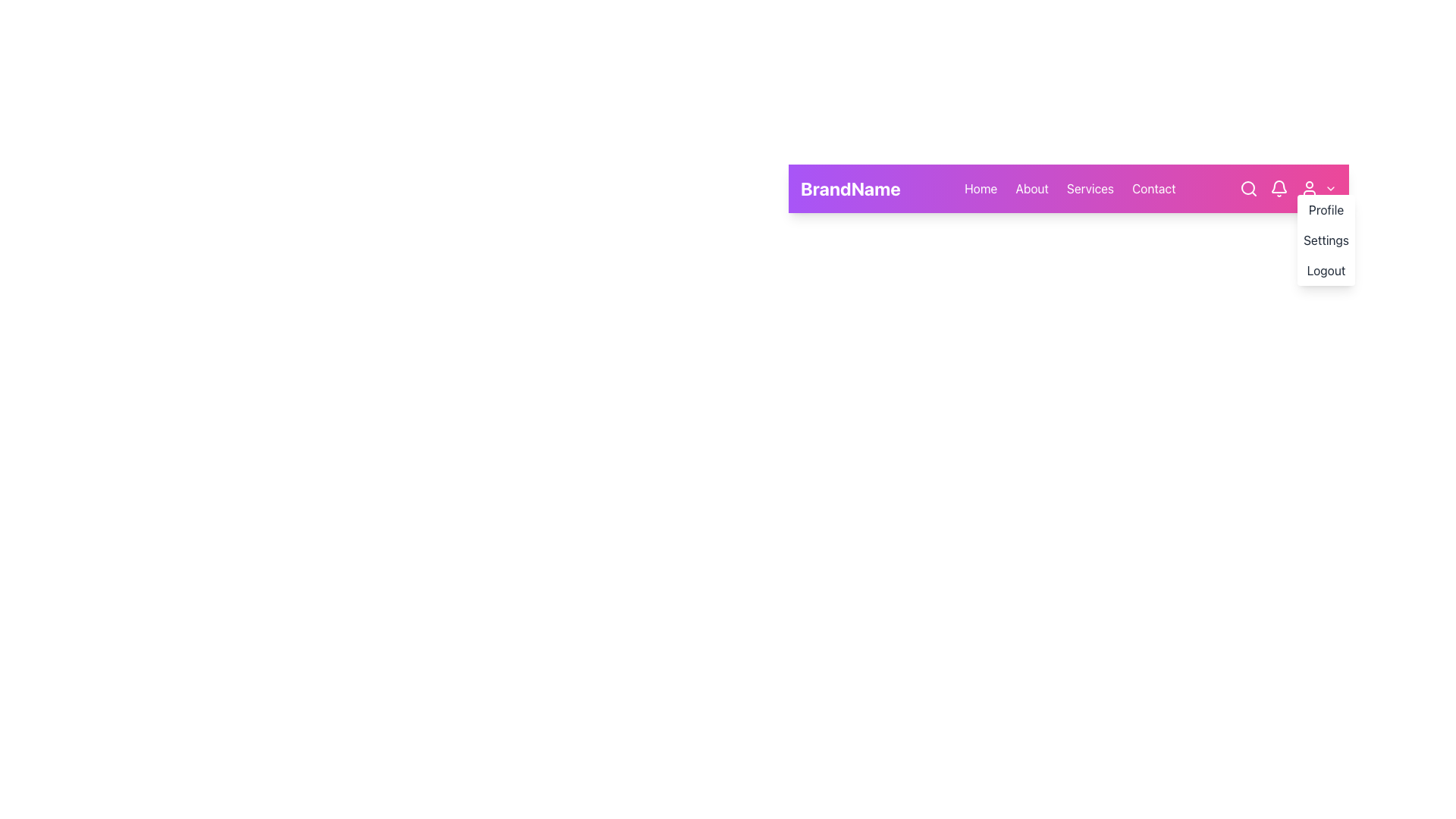 This screenshot has width=1456, height=819. Describe the element at coordinates (1326, 239) in the screenshot. I see `the 'Settings' text label in the dropdown menu` at that location.